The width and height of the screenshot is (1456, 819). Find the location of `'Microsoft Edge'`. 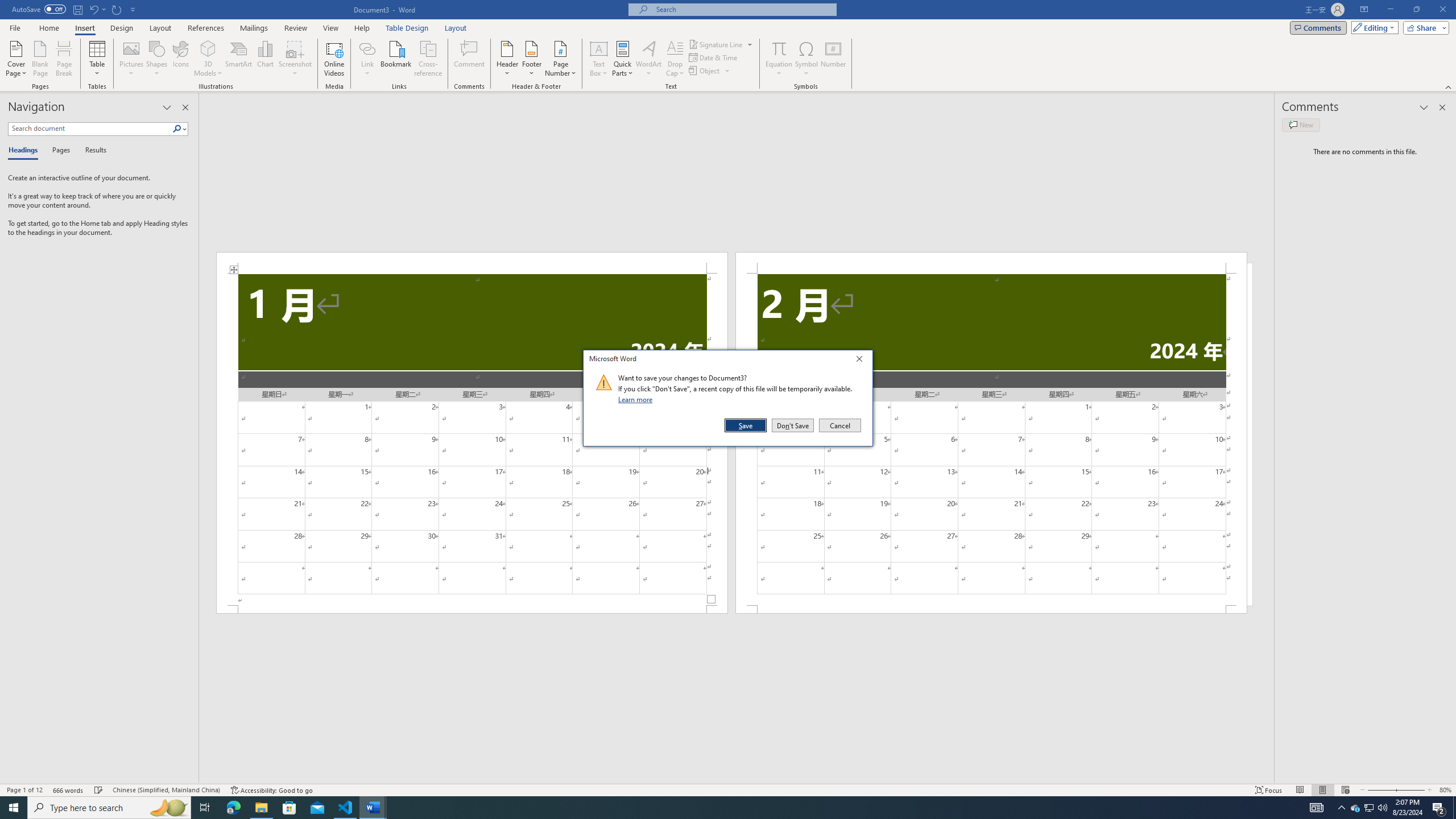

'Microsoft Edge' is located at coordinates (233, 806).